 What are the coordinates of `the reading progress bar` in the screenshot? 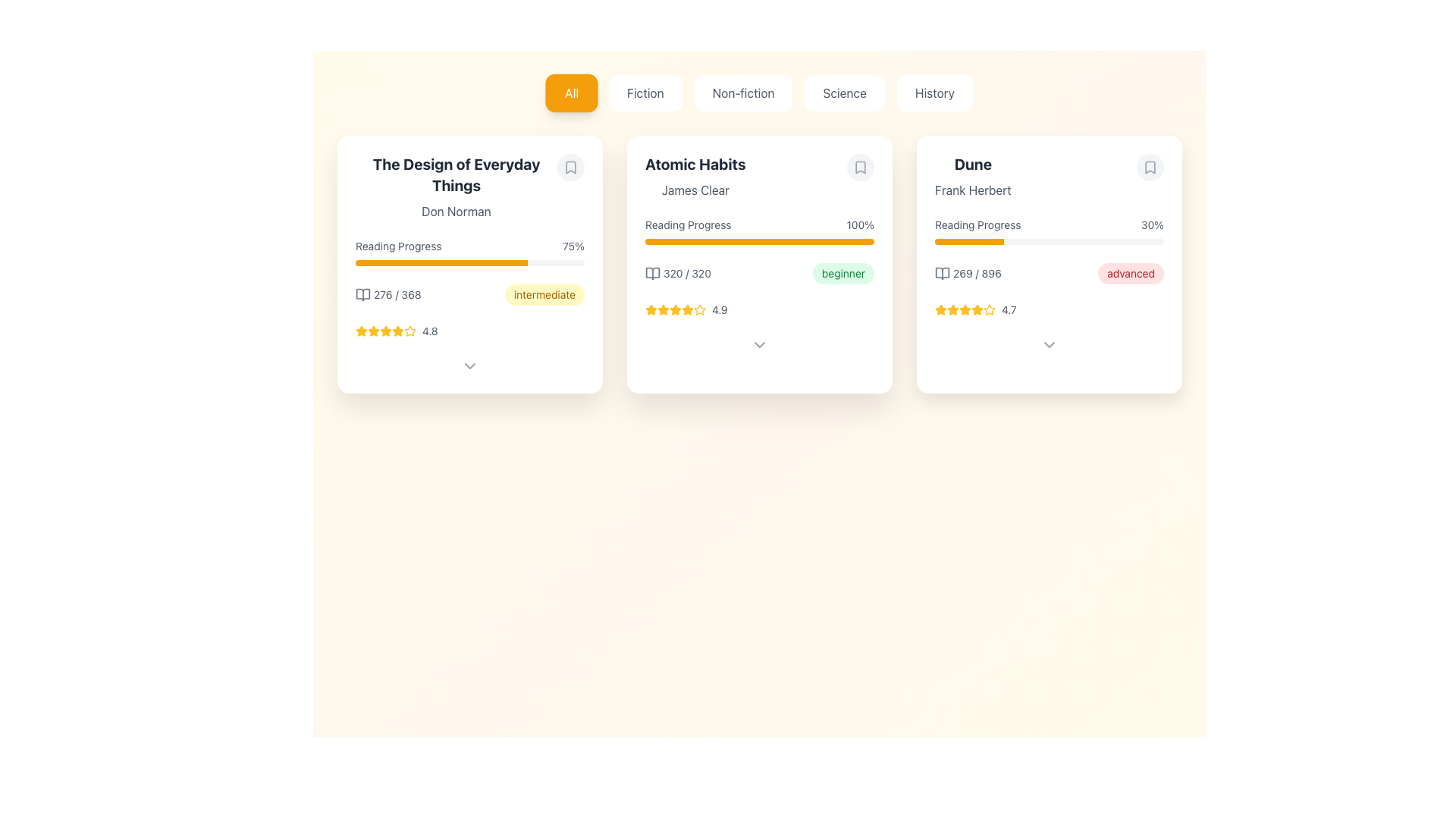 It's located at (524, 262).